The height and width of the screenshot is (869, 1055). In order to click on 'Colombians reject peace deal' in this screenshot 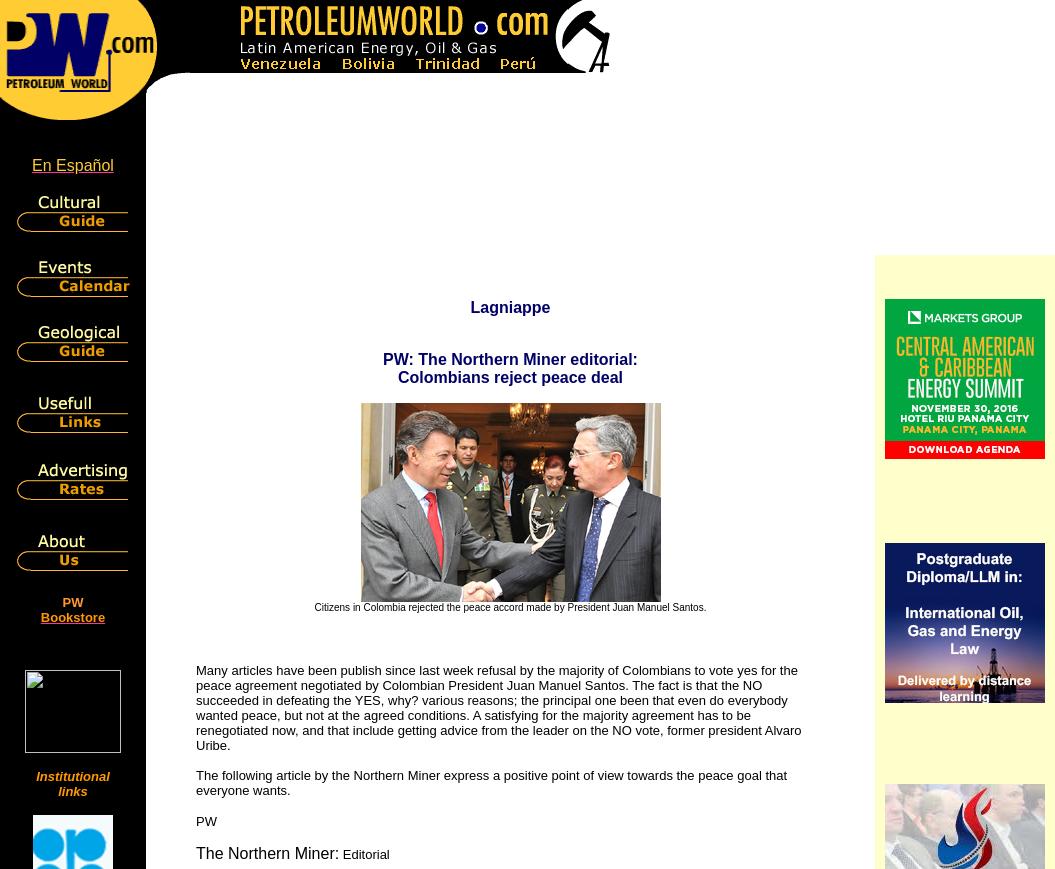, I will do `click(398, 376)`.